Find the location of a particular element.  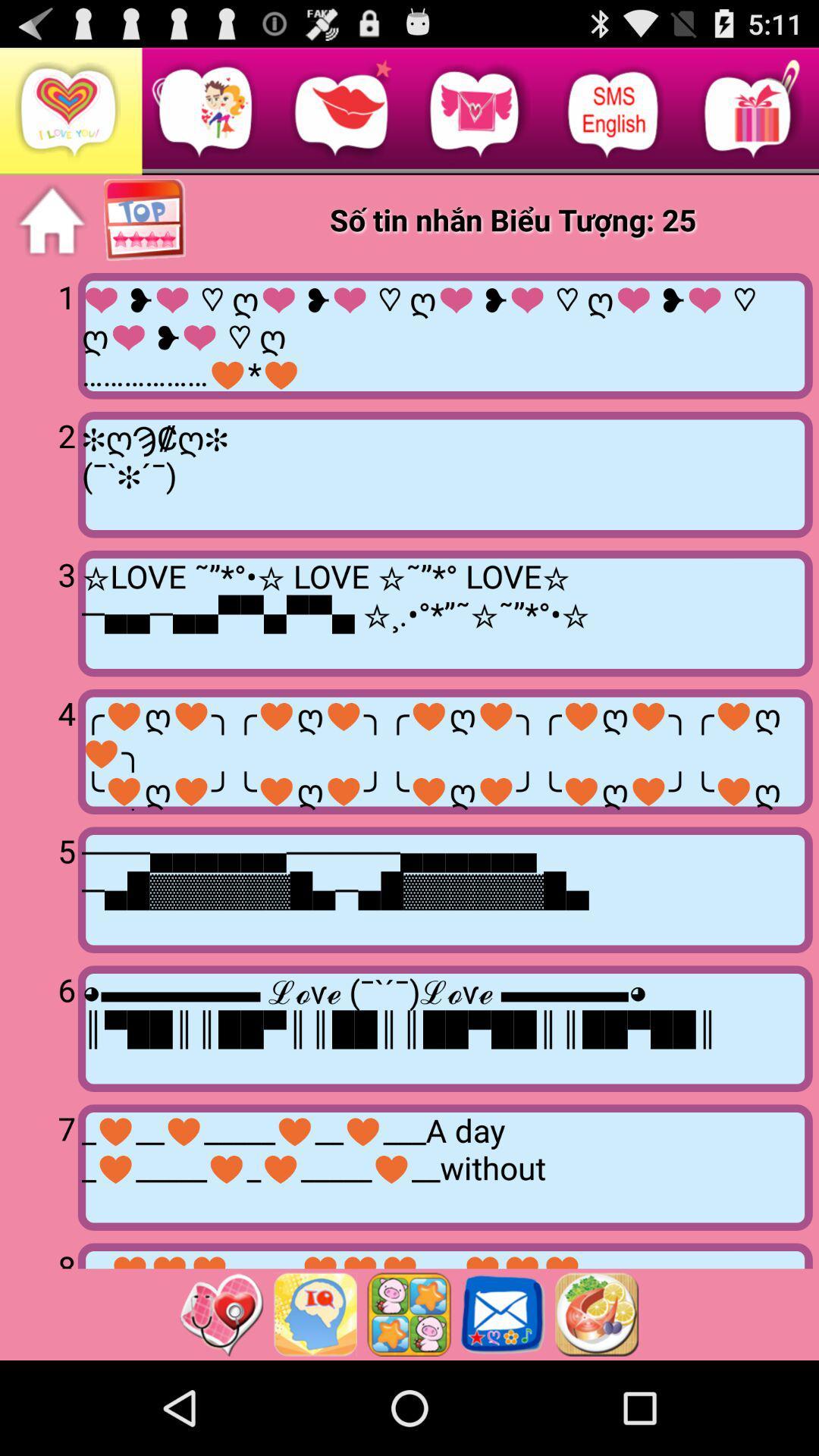

go home is located at coordinates (51, 220).